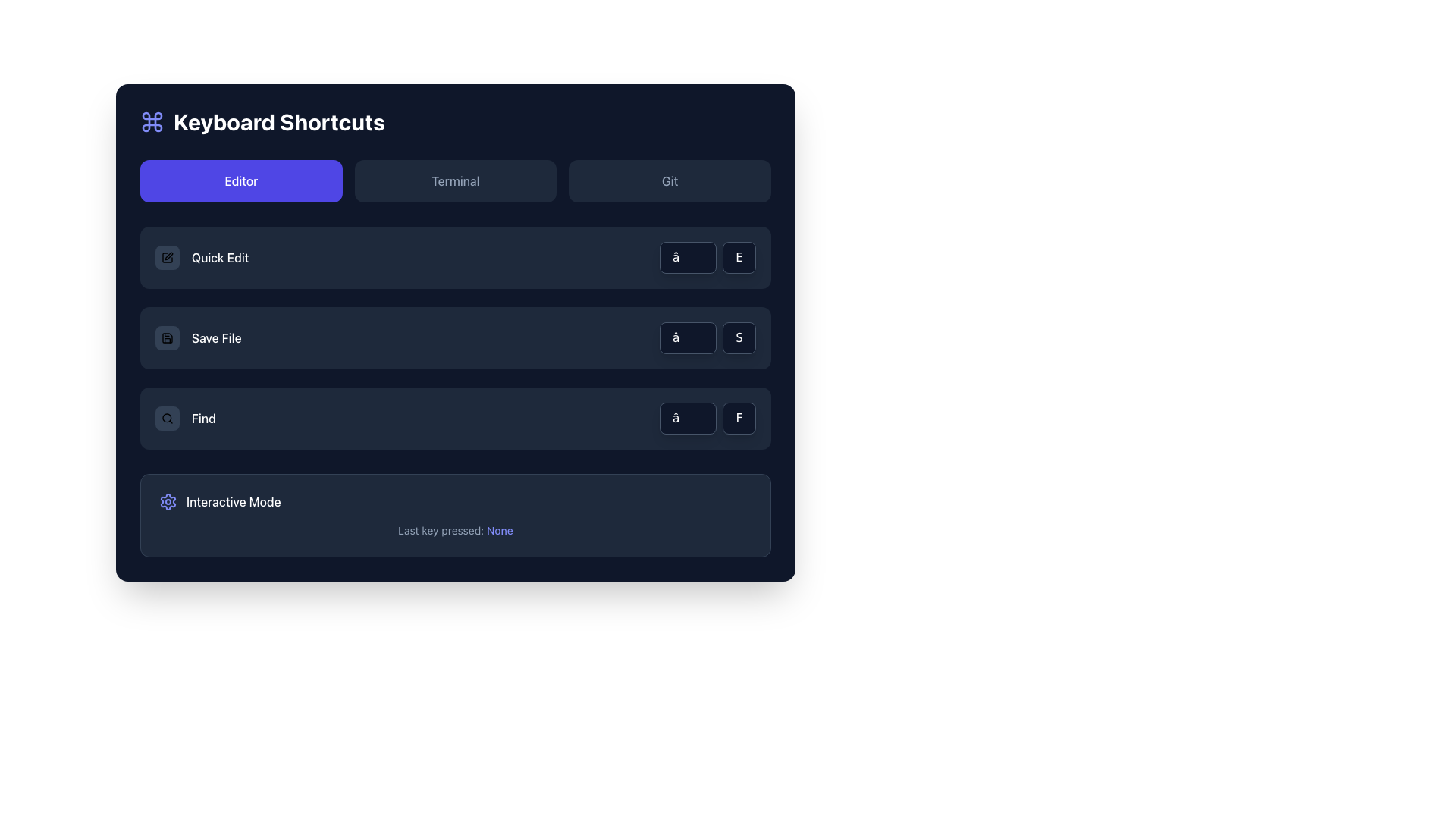 The image size is (1456, 819). Describe the element at coordinates (233, 502) in the screenshot. I see `the 'Interactive Mode' label, which is a white text label displayed against a dark background` at that location.